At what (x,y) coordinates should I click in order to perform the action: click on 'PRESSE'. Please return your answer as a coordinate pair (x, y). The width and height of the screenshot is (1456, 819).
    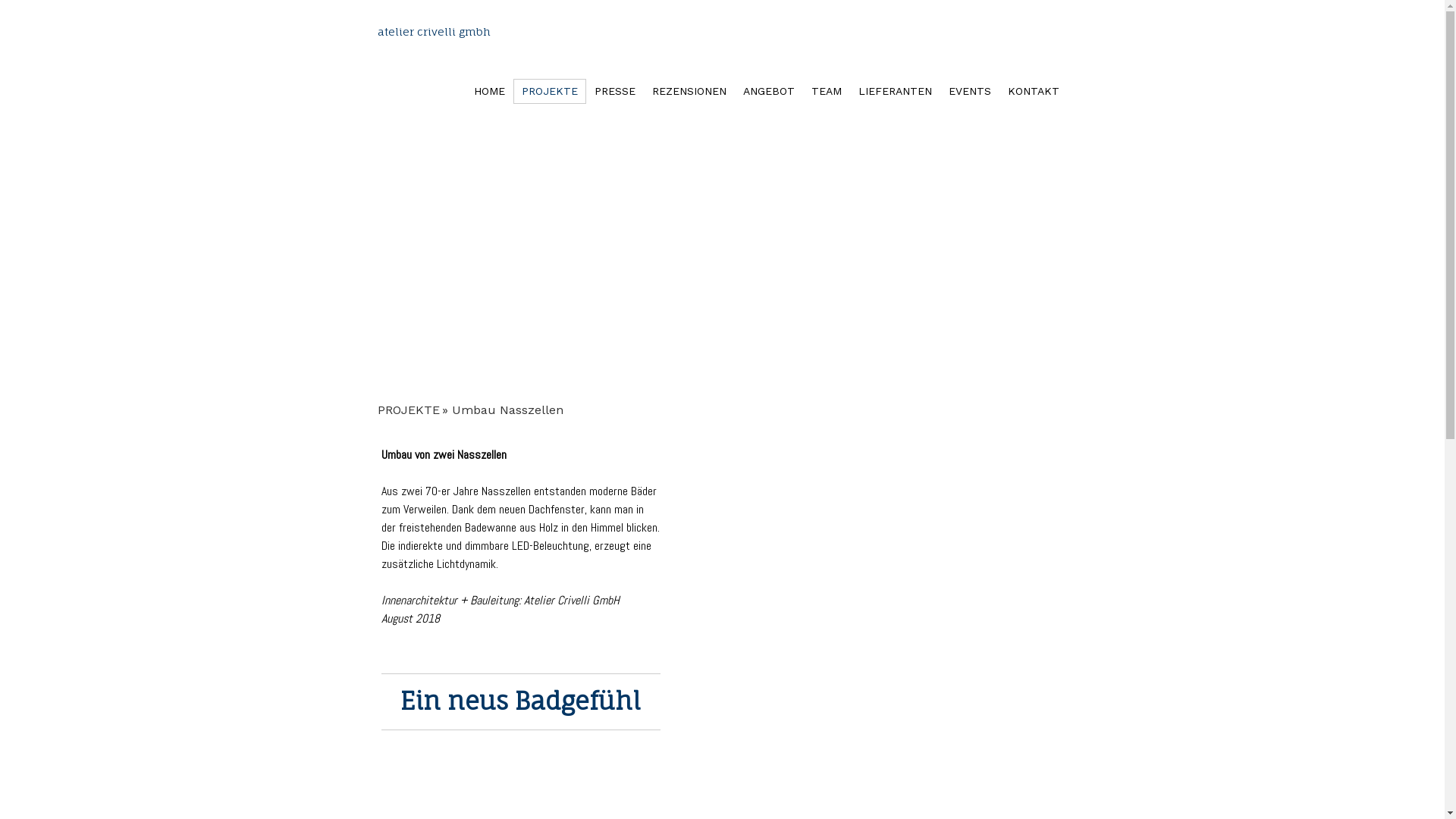
    Looking at the image, I should click on (614, 91).